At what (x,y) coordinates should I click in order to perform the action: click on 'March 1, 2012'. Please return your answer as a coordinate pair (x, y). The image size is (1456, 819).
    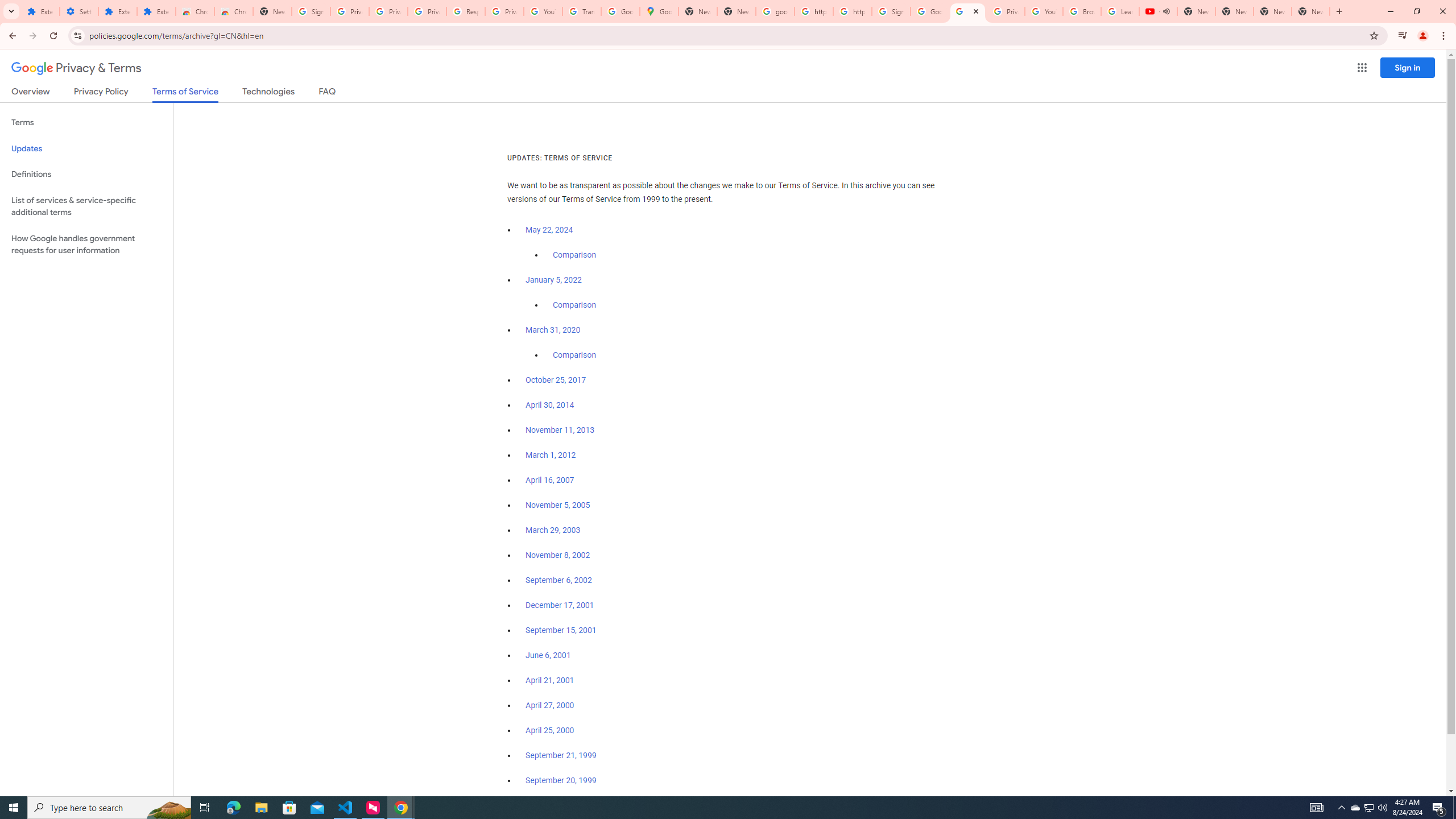
    Looking at the image, I should click on (550, 455).